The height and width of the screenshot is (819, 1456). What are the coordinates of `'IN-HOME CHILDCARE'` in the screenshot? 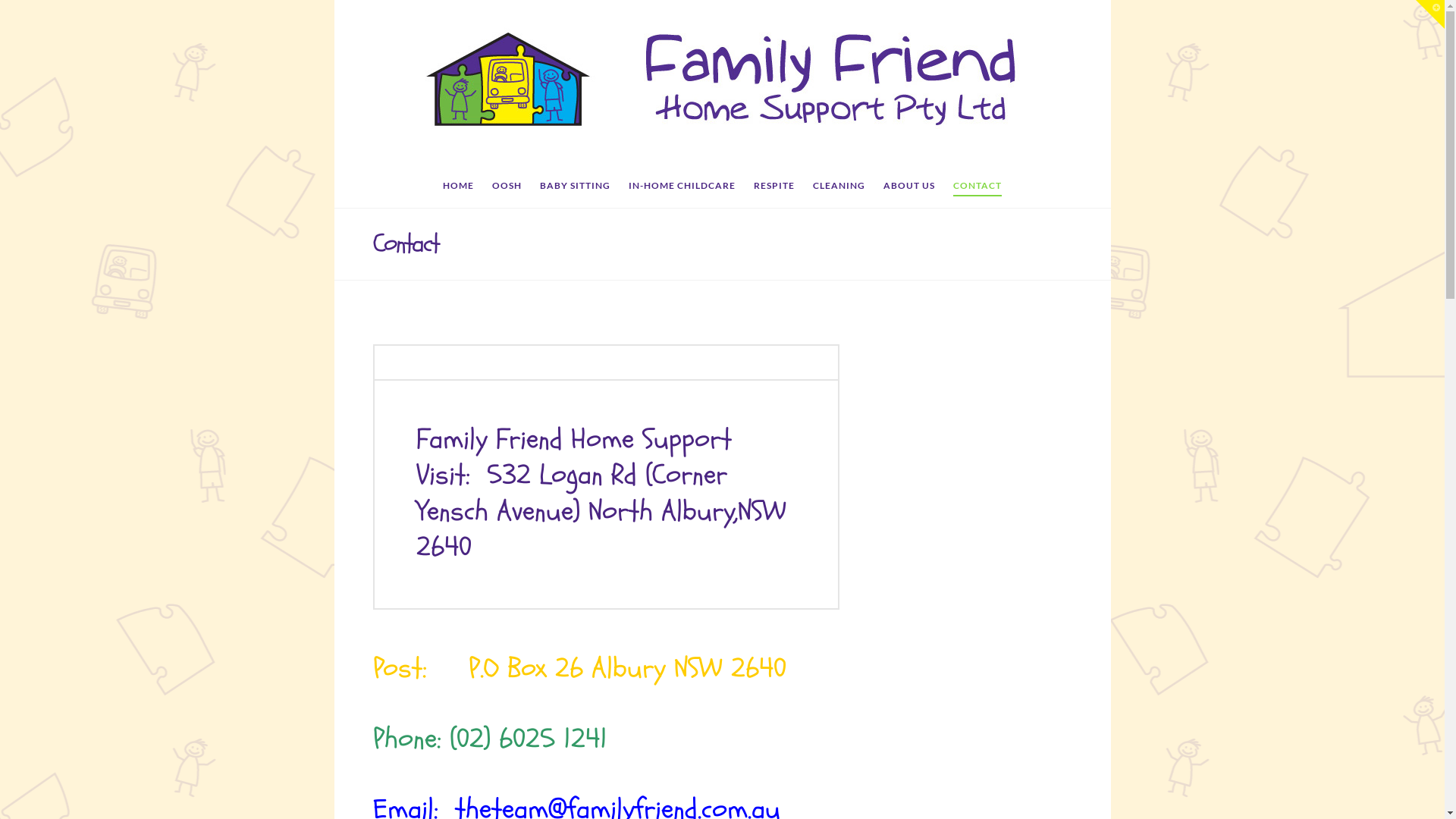 It's located at (681, 188).